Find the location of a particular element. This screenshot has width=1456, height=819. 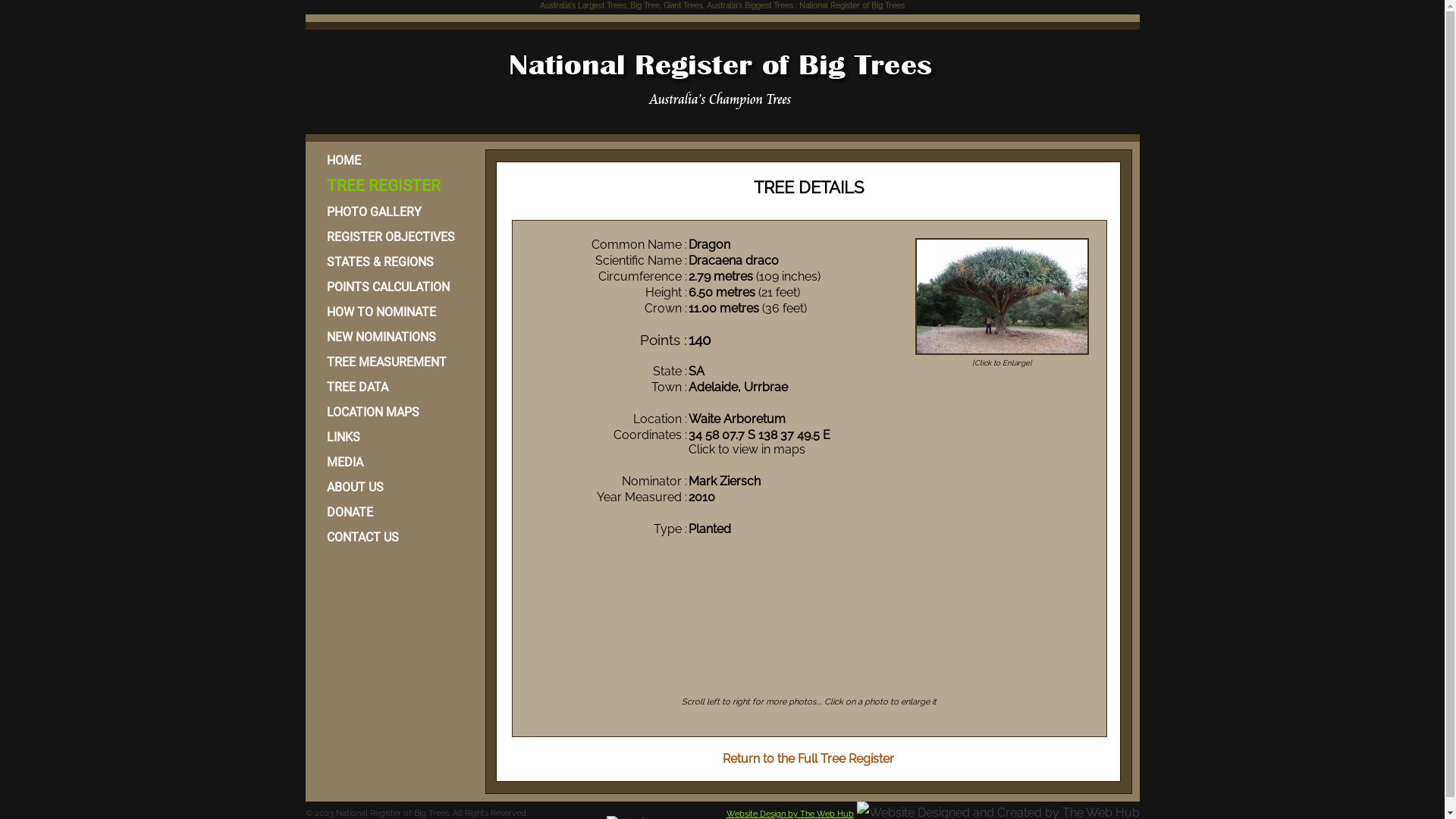

'CONTACT US' is located at coordinates (393, 536).